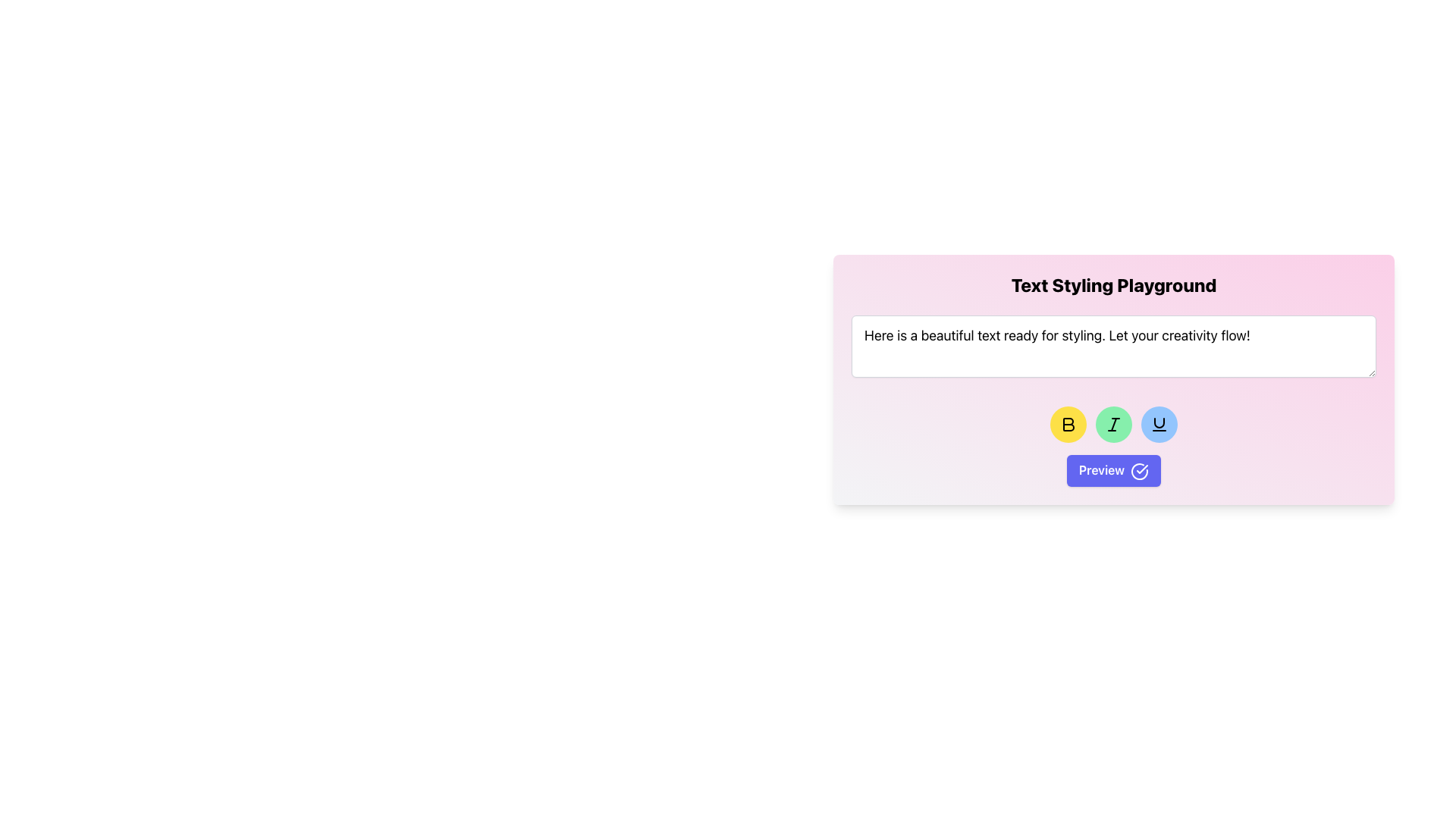  Describe the element at coordinates (1139, 470) in the screenshot. I see `the confirmation graphical icon located within the blue 'Preview' button at the bottom-right of the interface` at that location.